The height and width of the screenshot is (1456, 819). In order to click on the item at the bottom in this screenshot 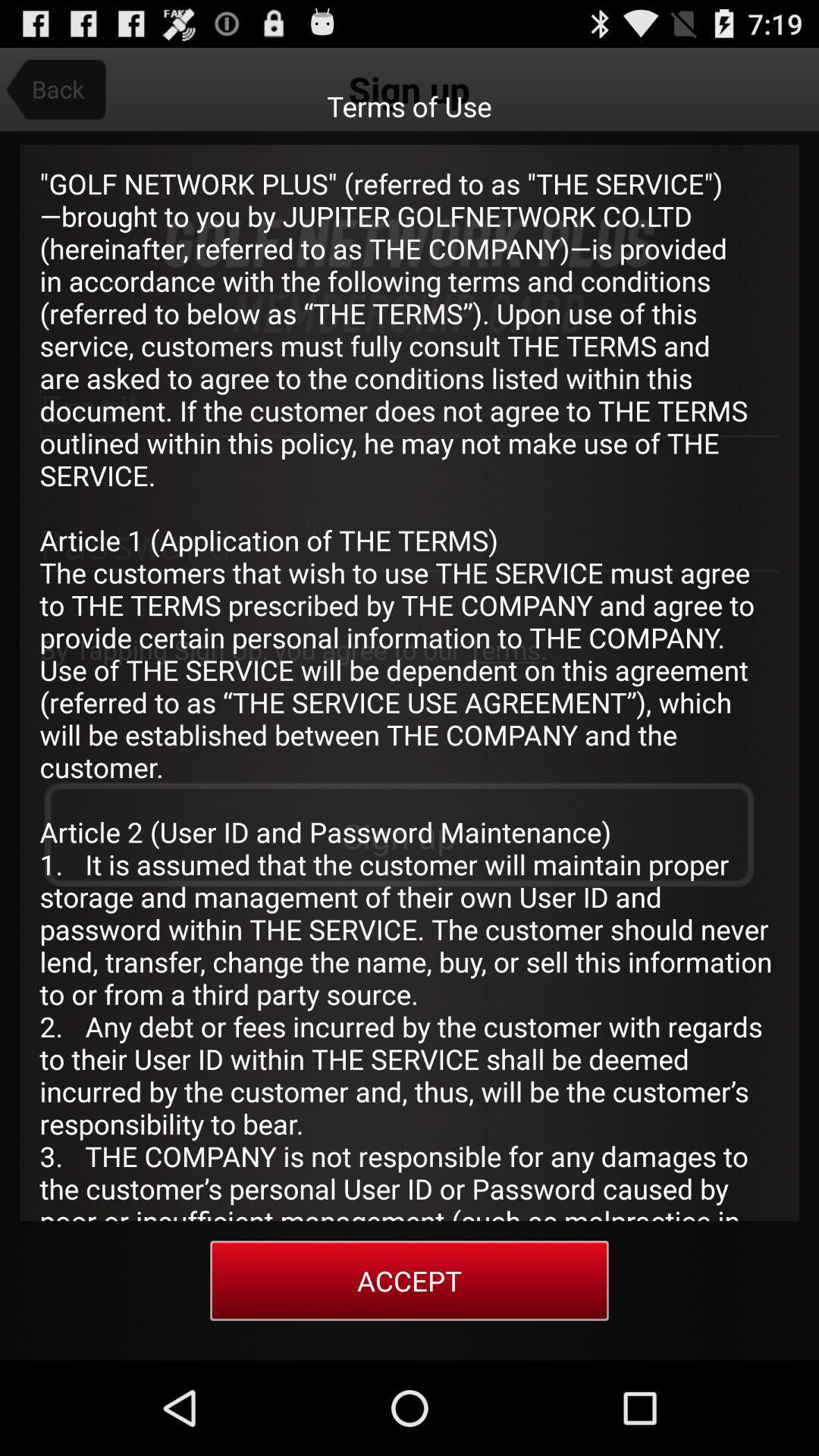, I will do `click(409, 1280)`.